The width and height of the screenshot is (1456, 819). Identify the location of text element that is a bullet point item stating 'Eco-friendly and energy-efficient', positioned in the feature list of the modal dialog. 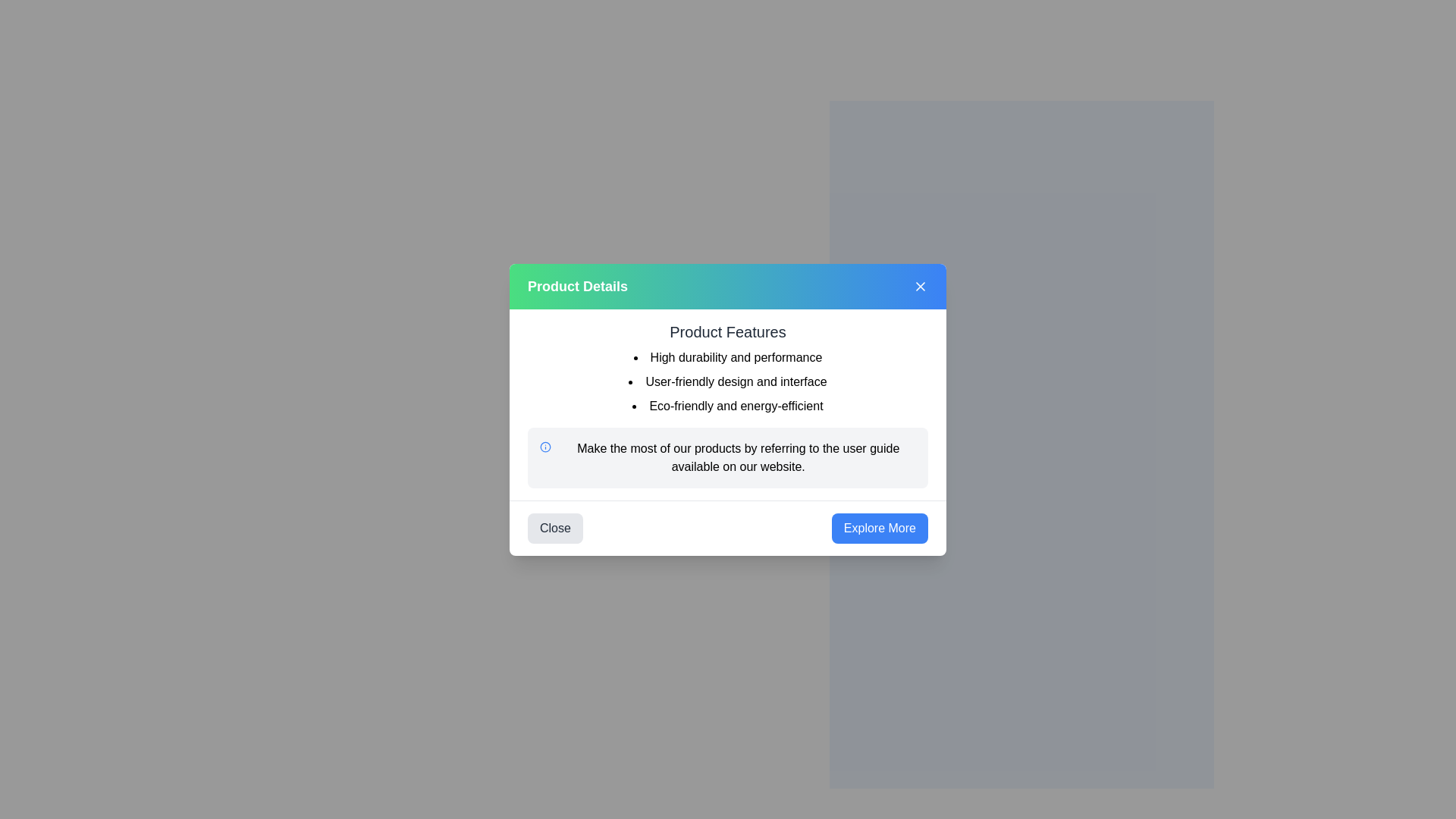
(728, 405).